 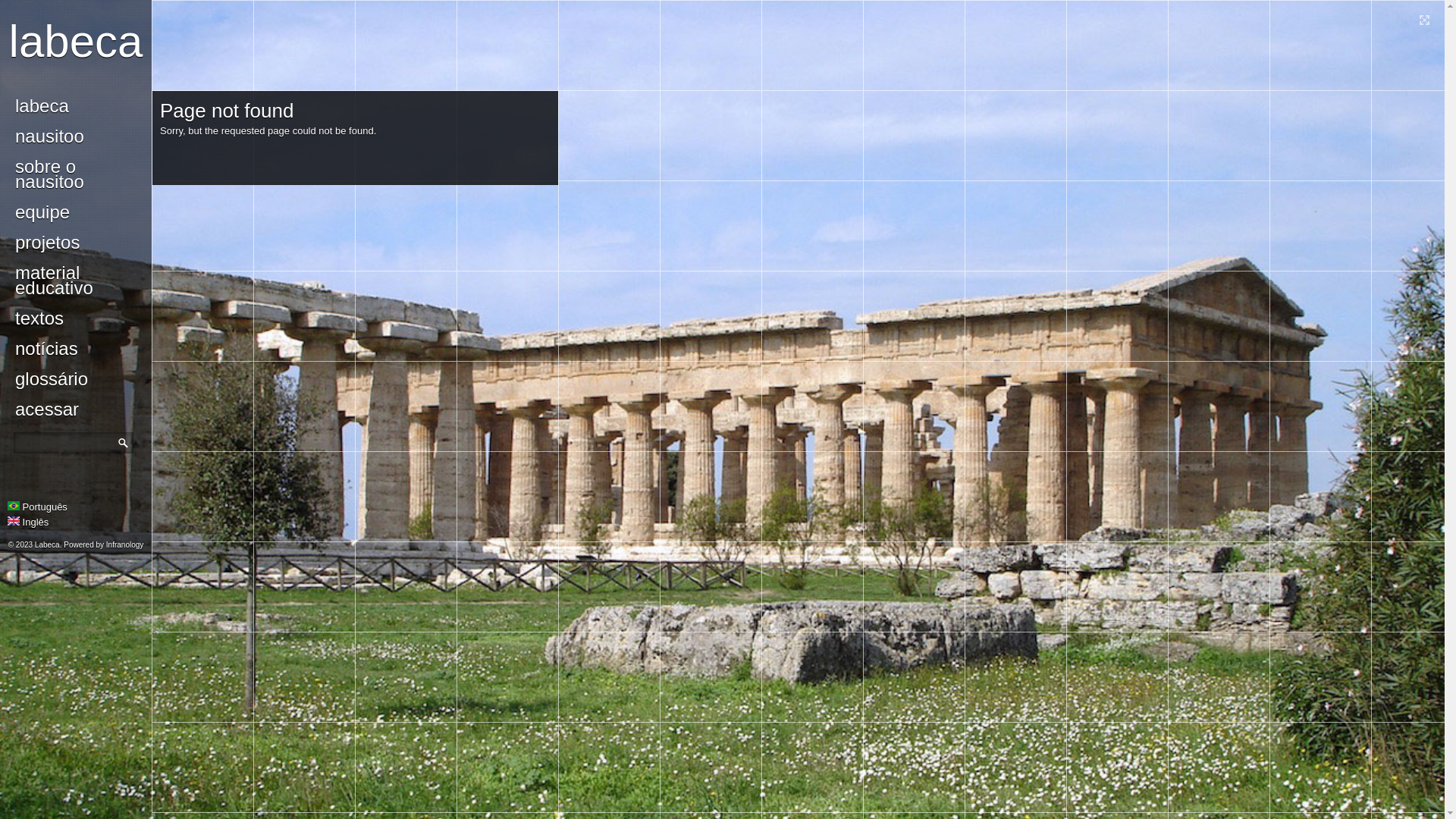 What do you see at coordinates (75, 242) in the screenshot?
I see `'projetos'` at bounding box center [75, 242].